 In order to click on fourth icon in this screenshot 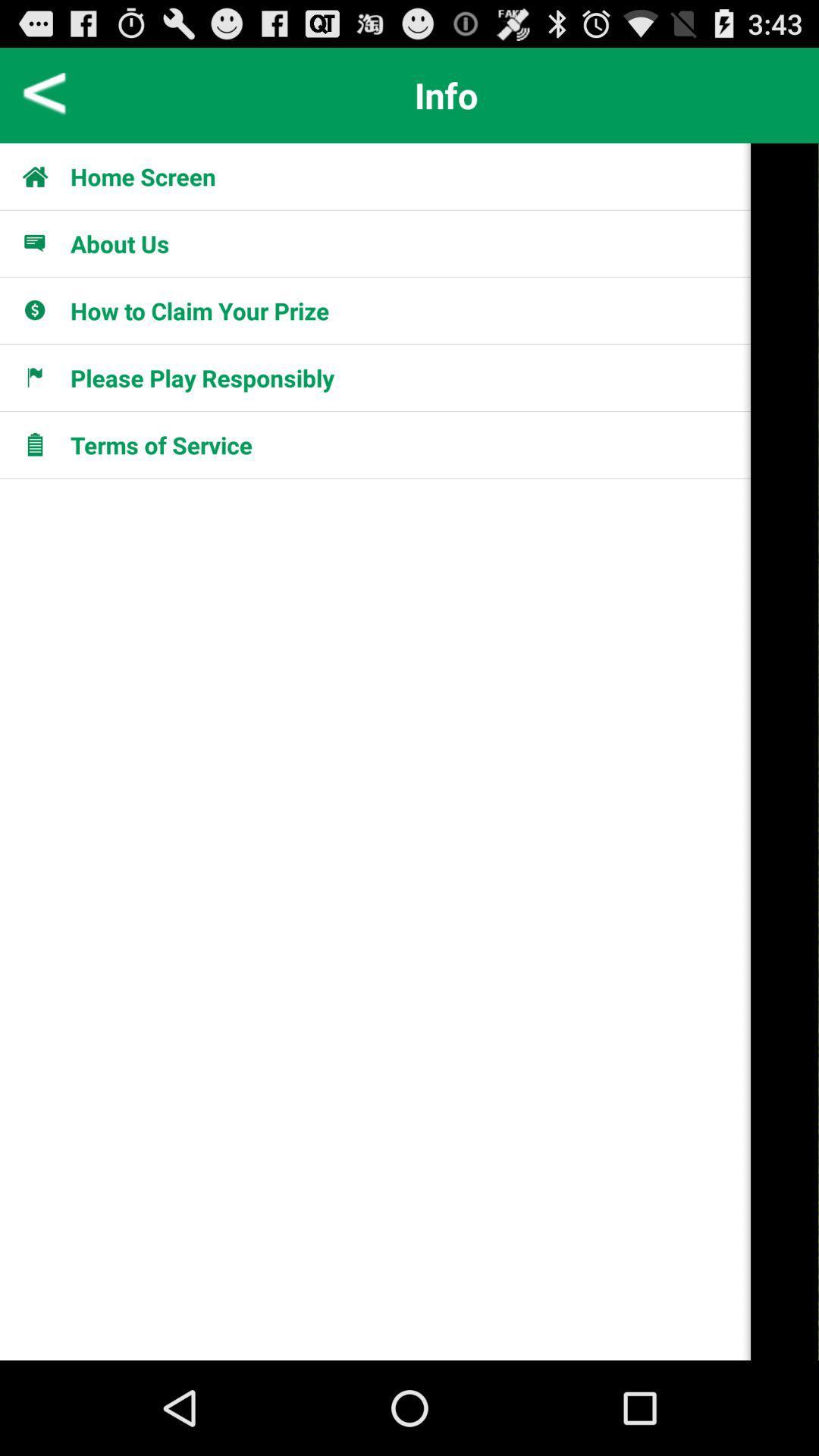, I will do `click(42, 378)`.